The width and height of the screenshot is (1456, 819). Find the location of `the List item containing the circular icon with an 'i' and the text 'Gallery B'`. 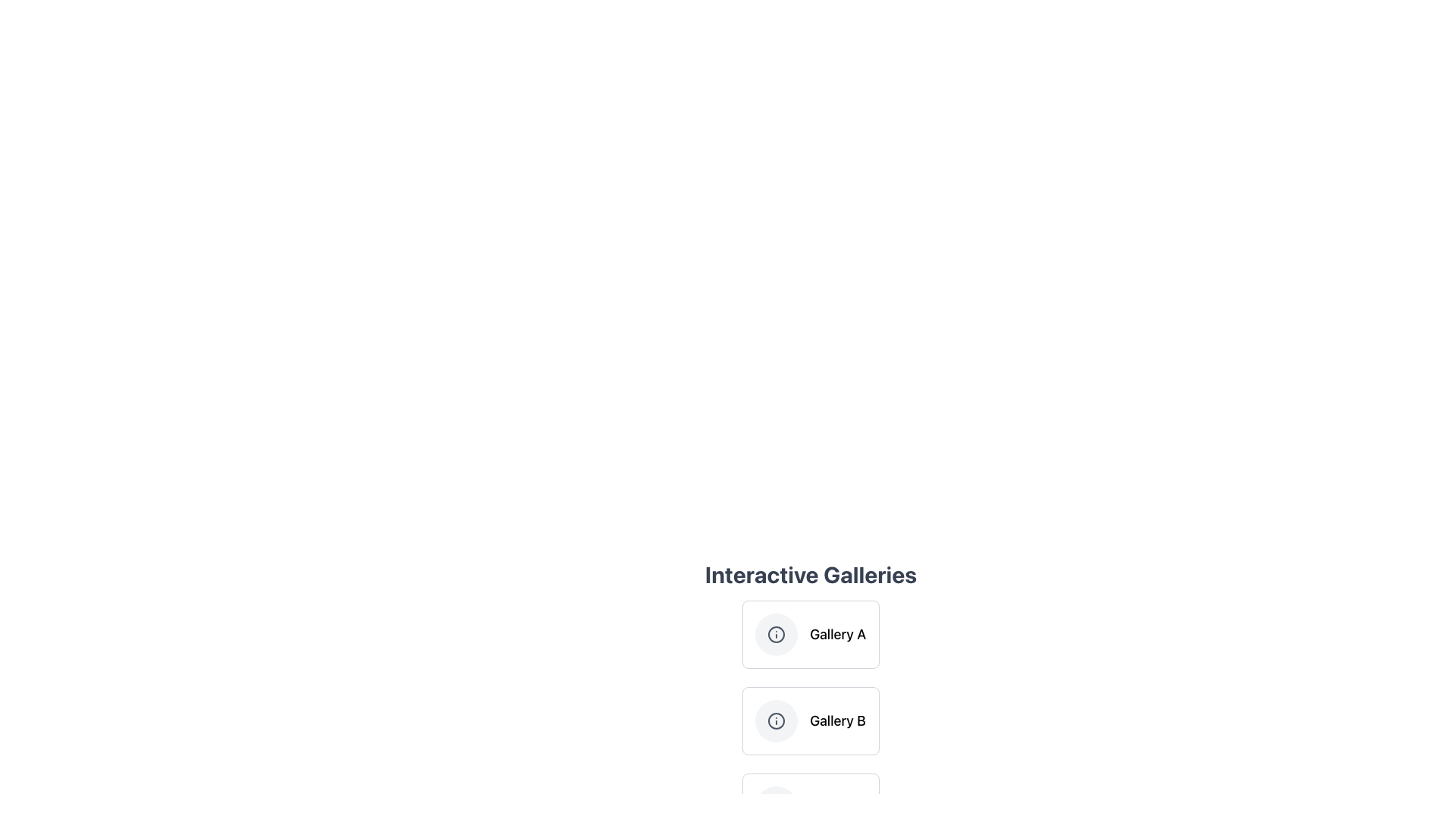

the List item containing the circular icon with an 'i' and the text 'Gallery B' is located at coordinates (810, 720).